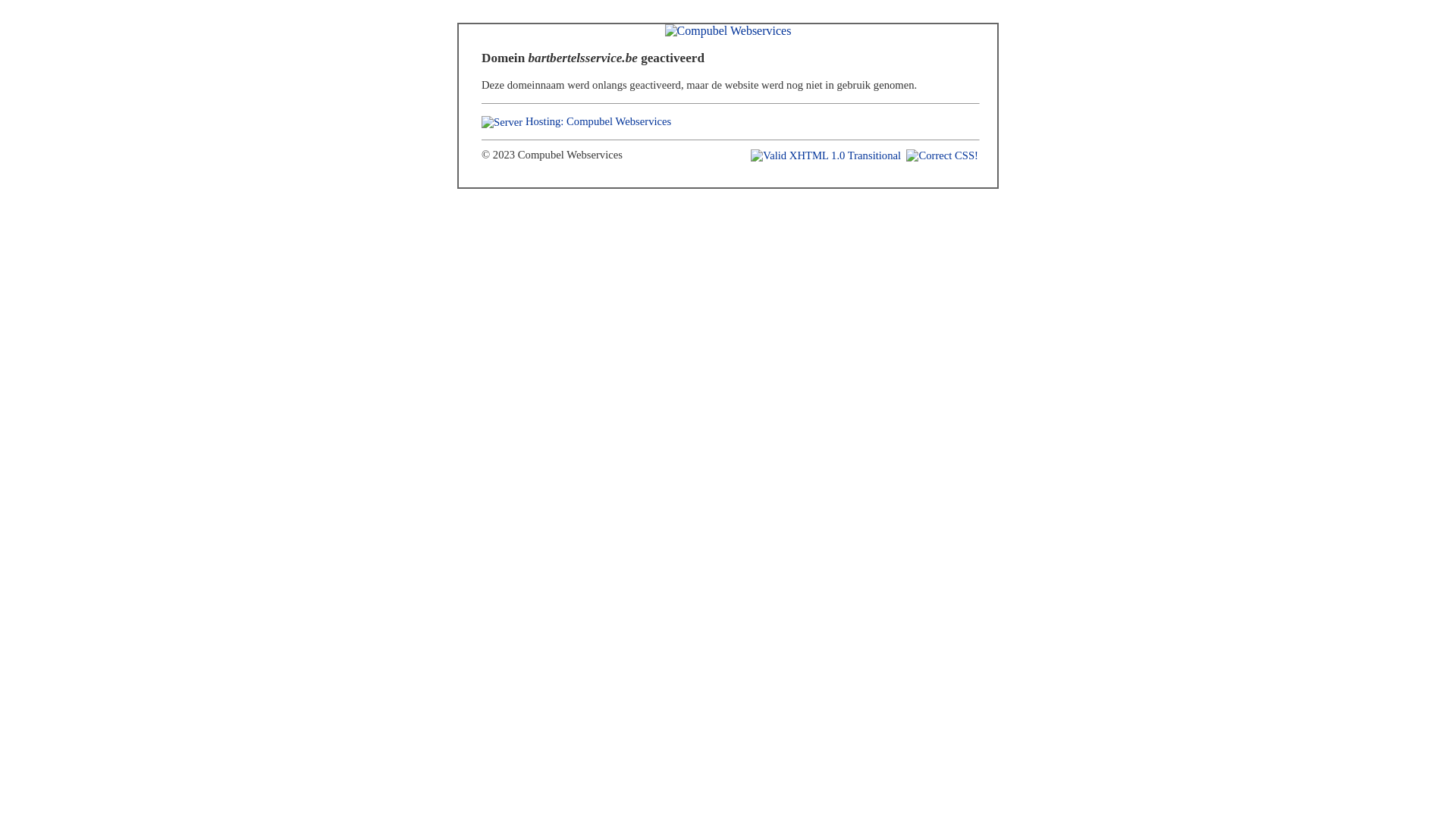  What do you see at coordinates (597, 120) in the screenshot?
I see `'Hosting: Compubel Webservices'` at bounding box center [597, 120].